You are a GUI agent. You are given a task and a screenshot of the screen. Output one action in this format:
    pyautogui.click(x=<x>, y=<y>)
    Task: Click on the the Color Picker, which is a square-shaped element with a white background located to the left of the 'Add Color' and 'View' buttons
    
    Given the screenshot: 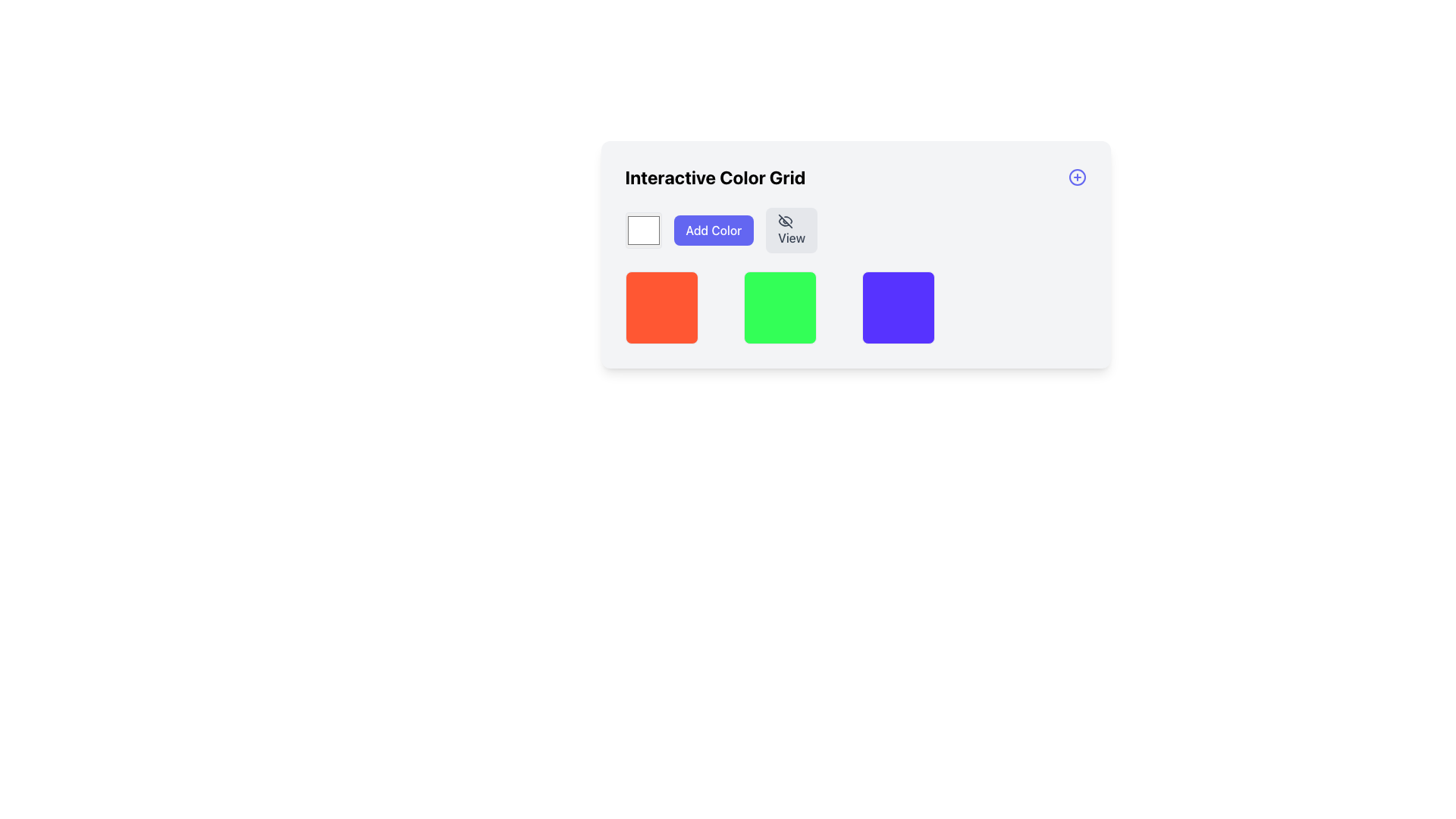 What is the action you would take?
    pyautogui.click(x=643, y=231)
    